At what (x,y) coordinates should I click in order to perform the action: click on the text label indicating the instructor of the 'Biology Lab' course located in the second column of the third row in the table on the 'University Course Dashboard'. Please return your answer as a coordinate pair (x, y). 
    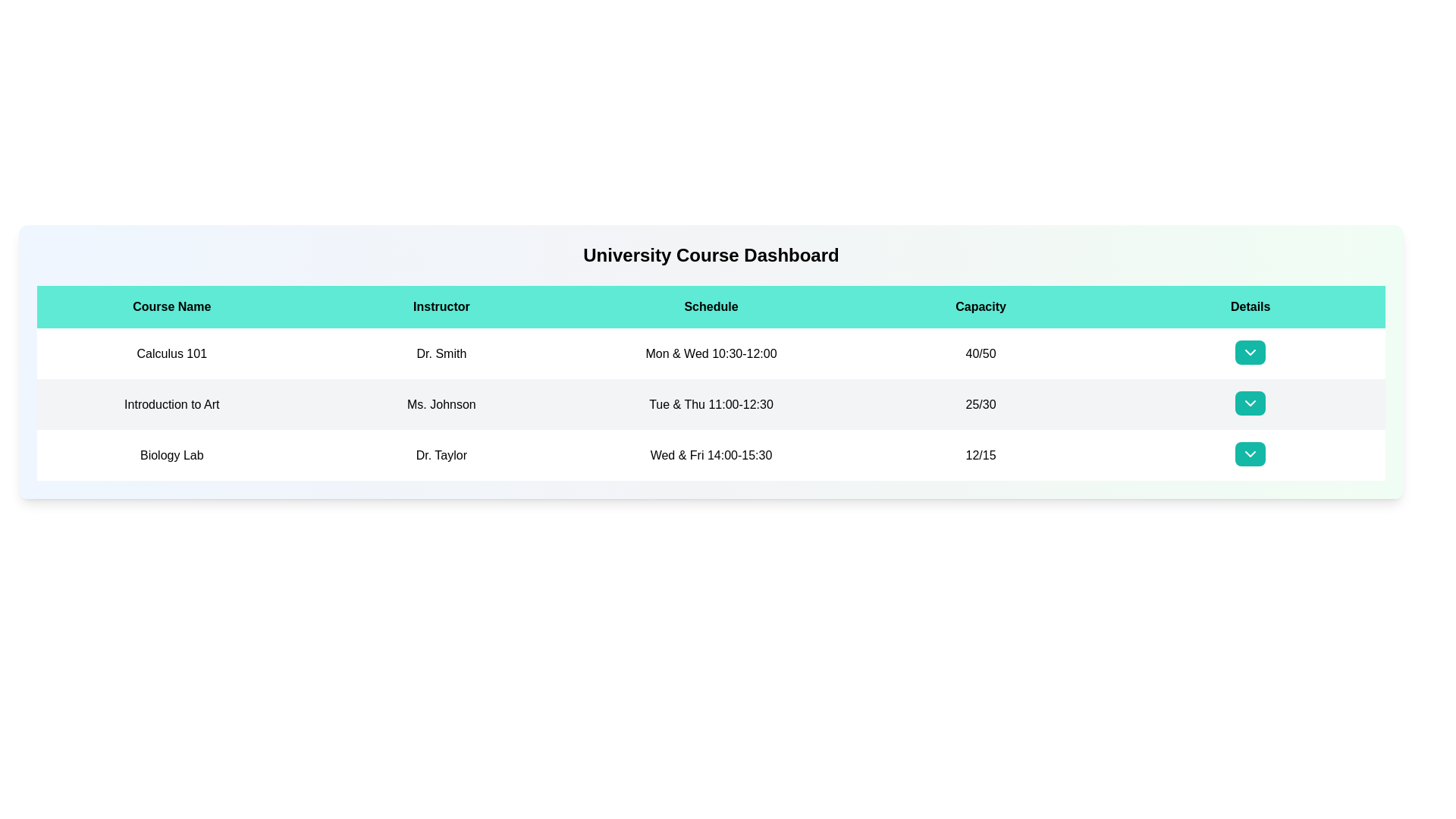
    Looking at the image, I should click on (441, 454).